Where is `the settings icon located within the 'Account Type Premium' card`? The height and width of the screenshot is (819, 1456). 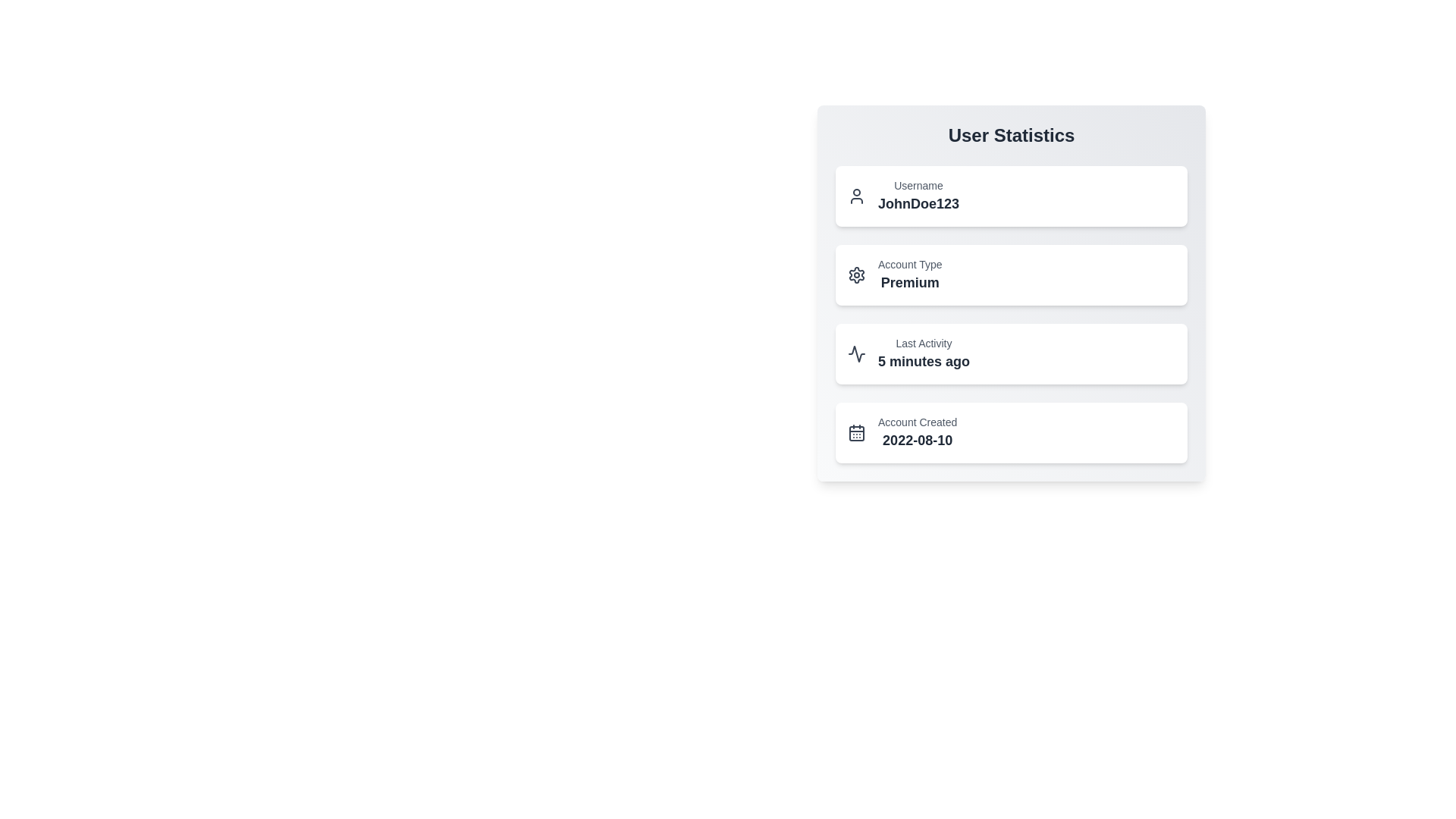 the settings icon located within the 'Account Type Premium' card is located at coordinates (856, 275).